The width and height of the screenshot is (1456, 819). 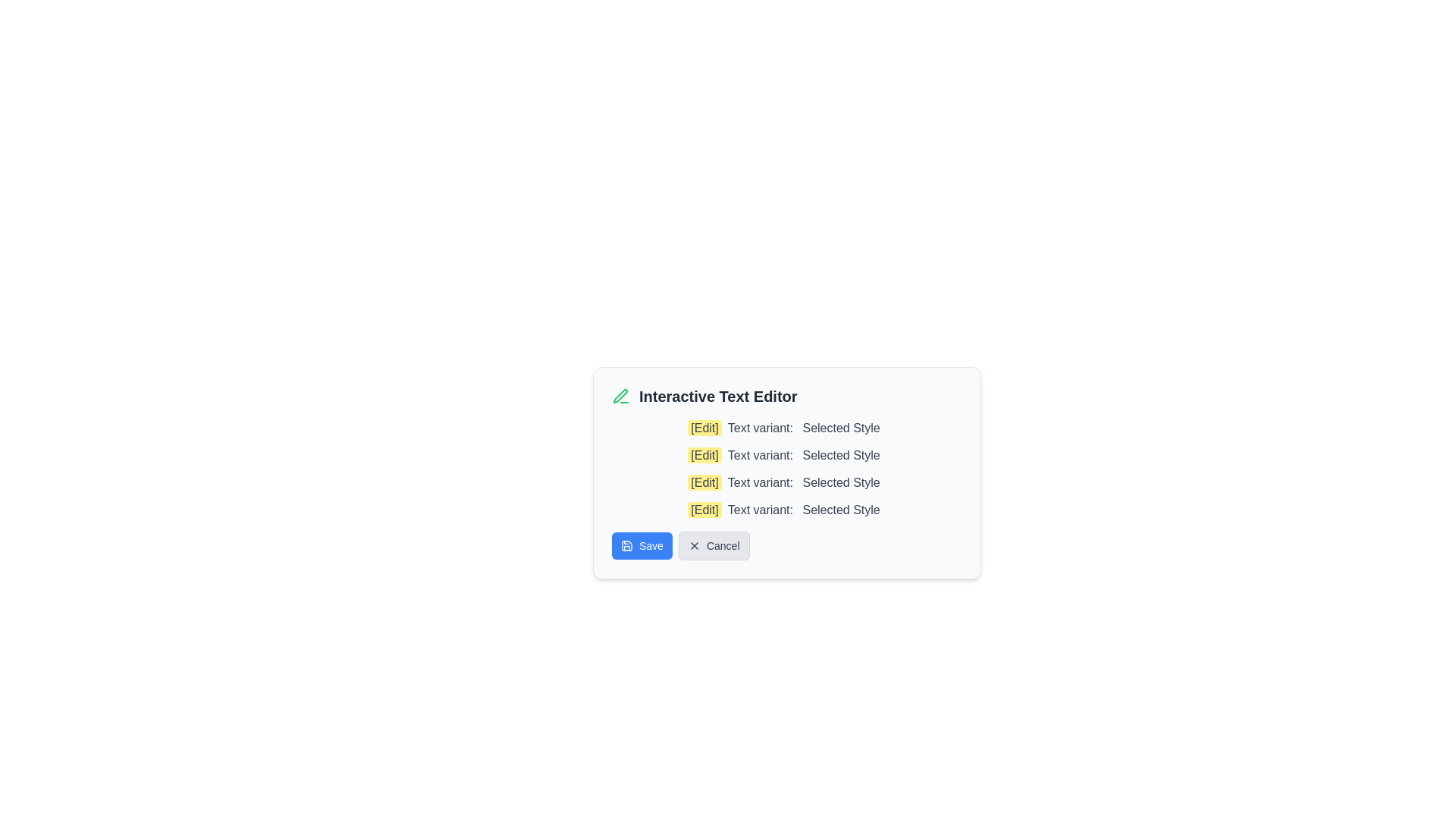 I want to click on the text label that conveys the currently selected style, positioned to the right of the '[Edit]' button in the 'Interactive Text Editor' section, so click(x=840, y=428).